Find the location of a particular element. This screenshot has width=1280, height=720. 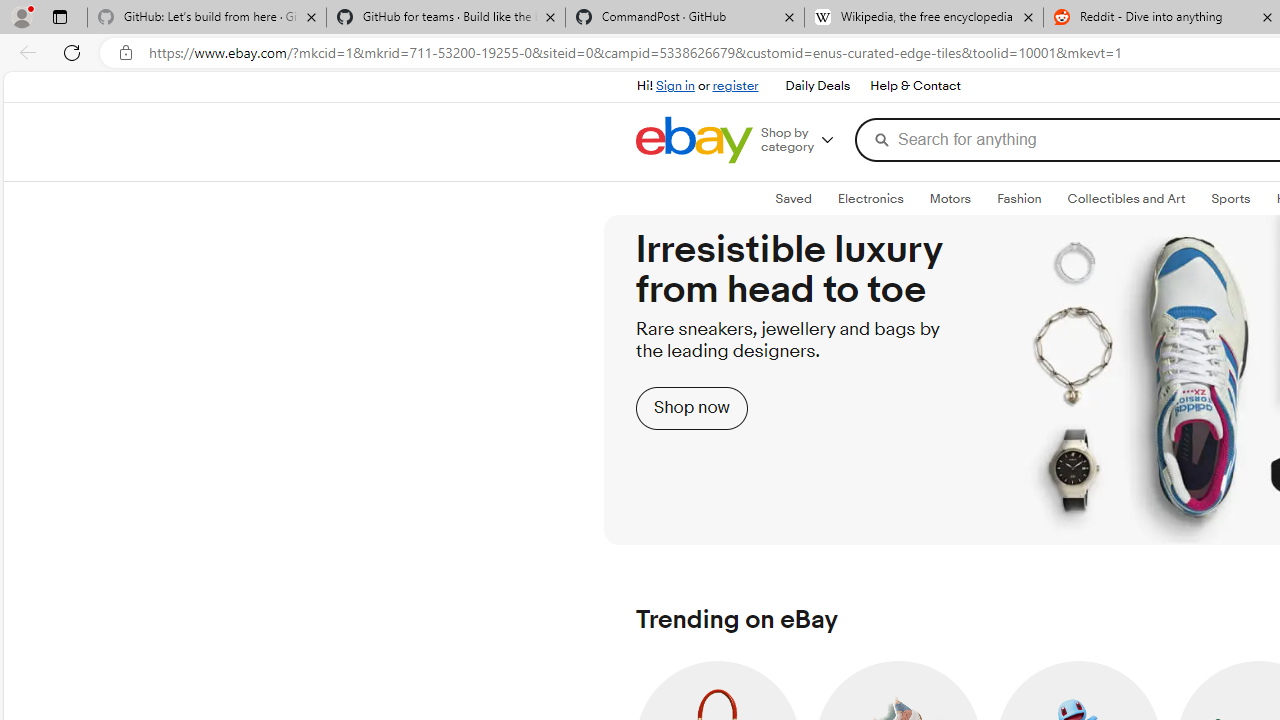

'Help & Contact' is located at coordinates (914, 86).